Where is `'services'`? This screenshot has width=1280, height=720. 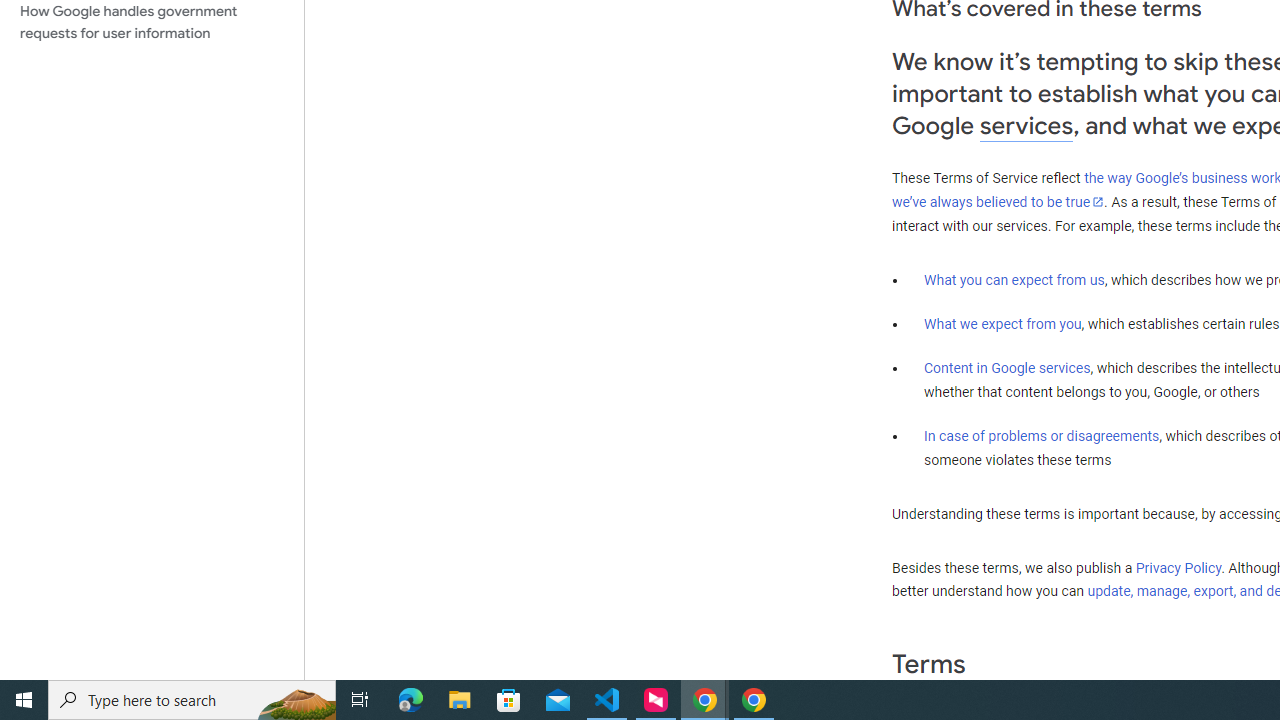
'services' is located at coordinates (1026, 125).